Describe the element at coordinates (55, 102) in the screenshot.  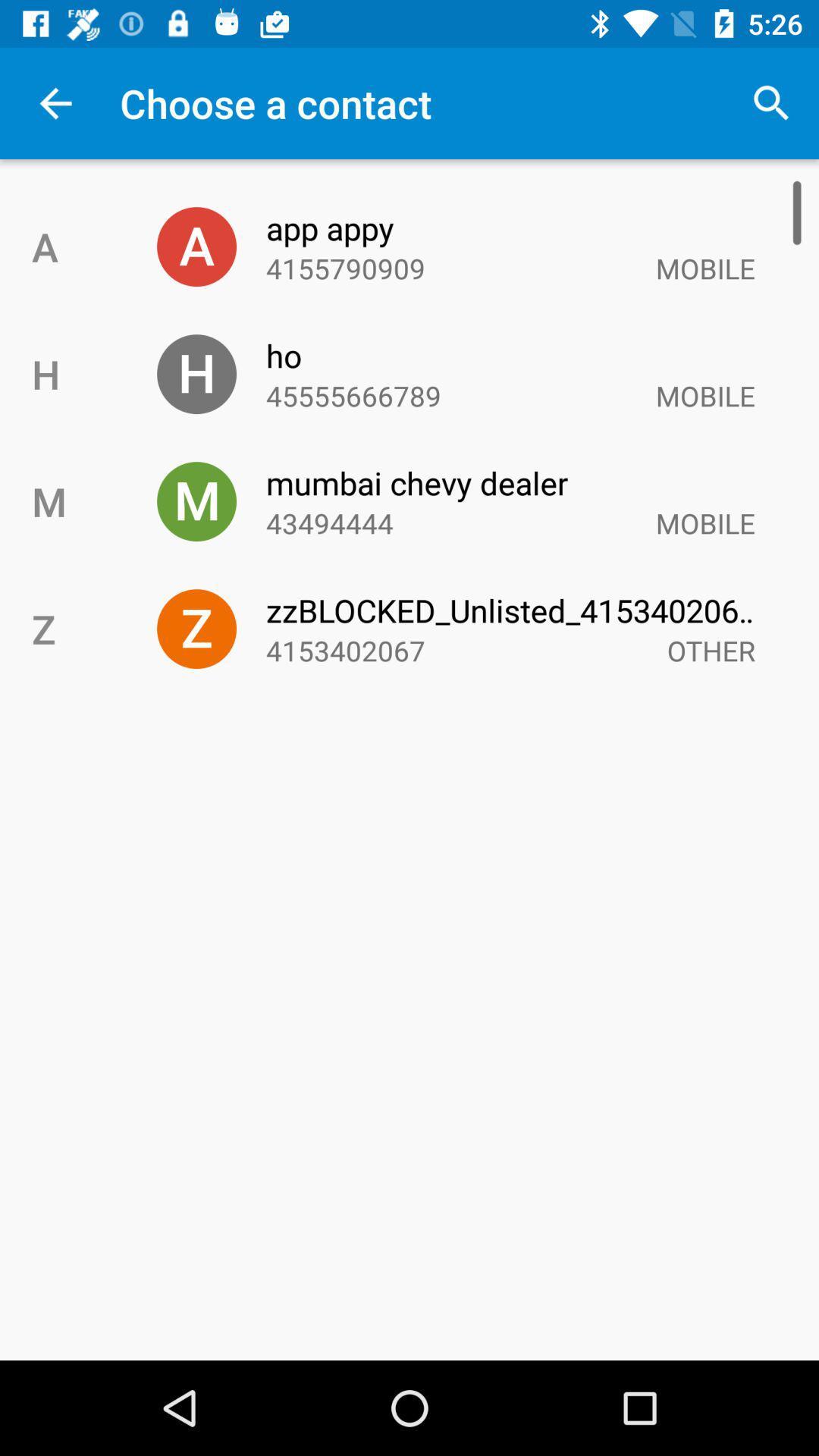
I see `the icon above a item` at that location.